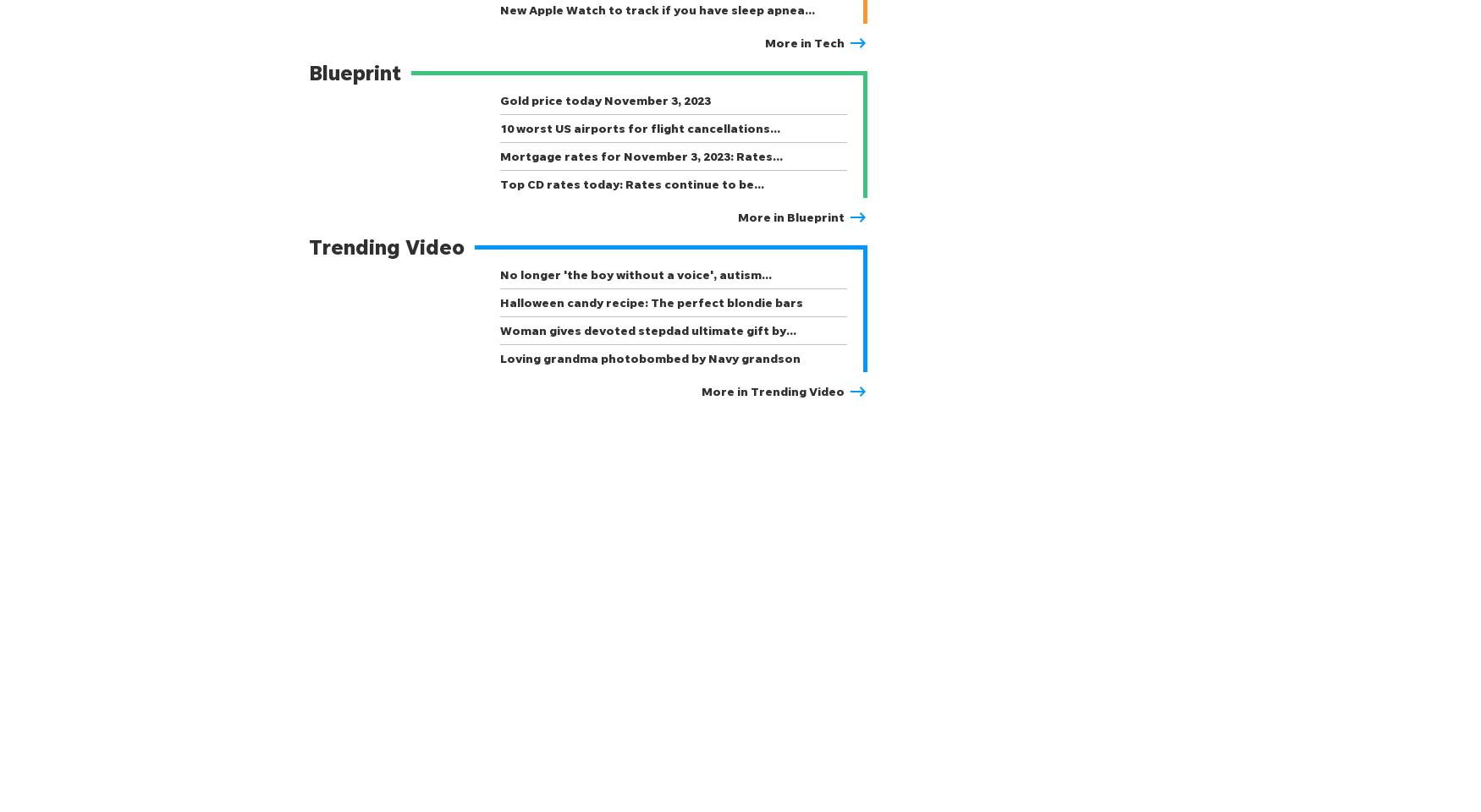 The image size is (1481, 812). What do you see at coordinates (772, 391) in the screenshot?
I see `'More in Trending Video'` at bounding box center [772, 391].